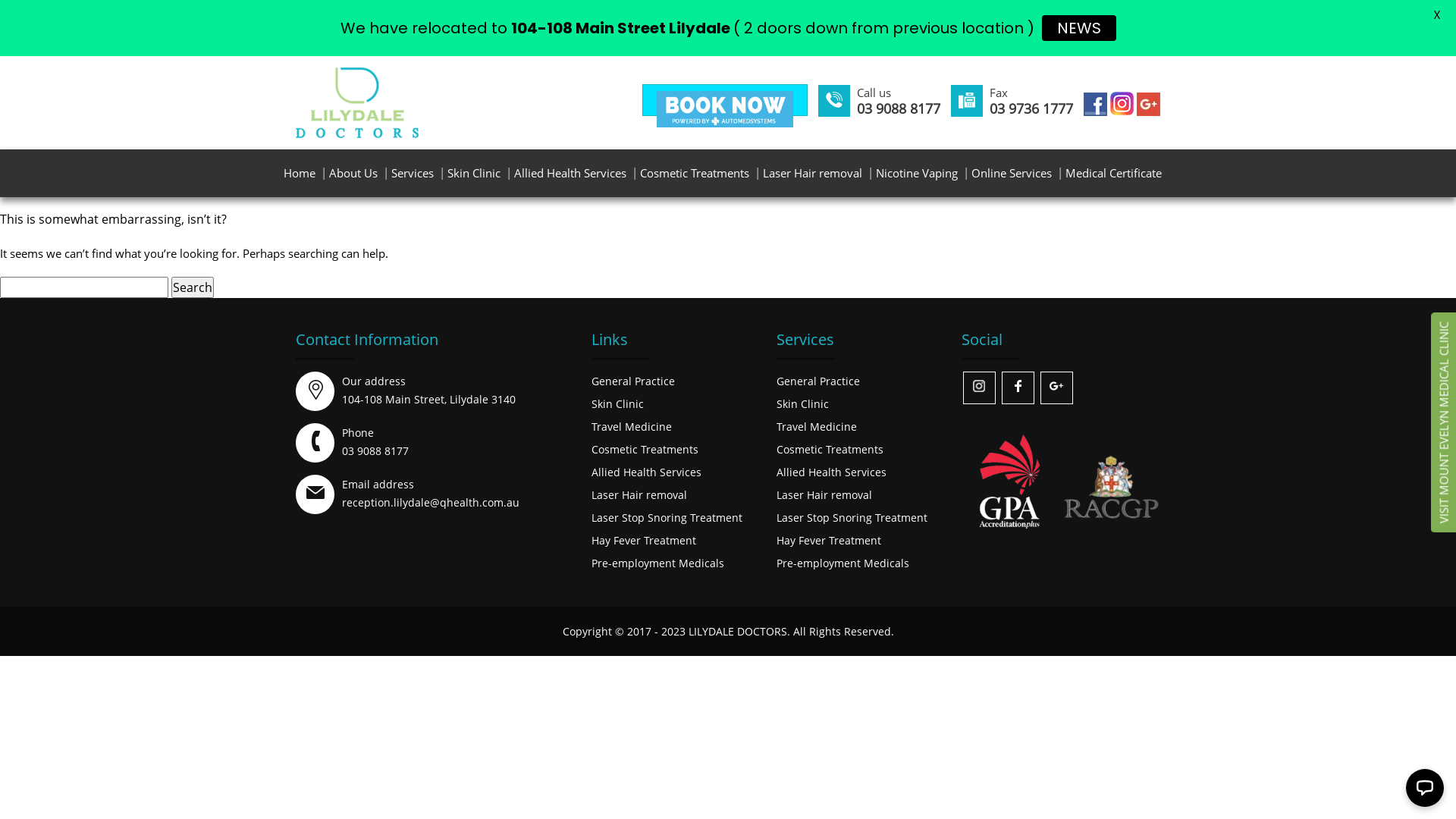 The height and width of the screenshot is (819, 1456). What do you see at coordinates (1031, 93) in the screenshot?
I see `'Fax` at bounding box center [1031, 93].